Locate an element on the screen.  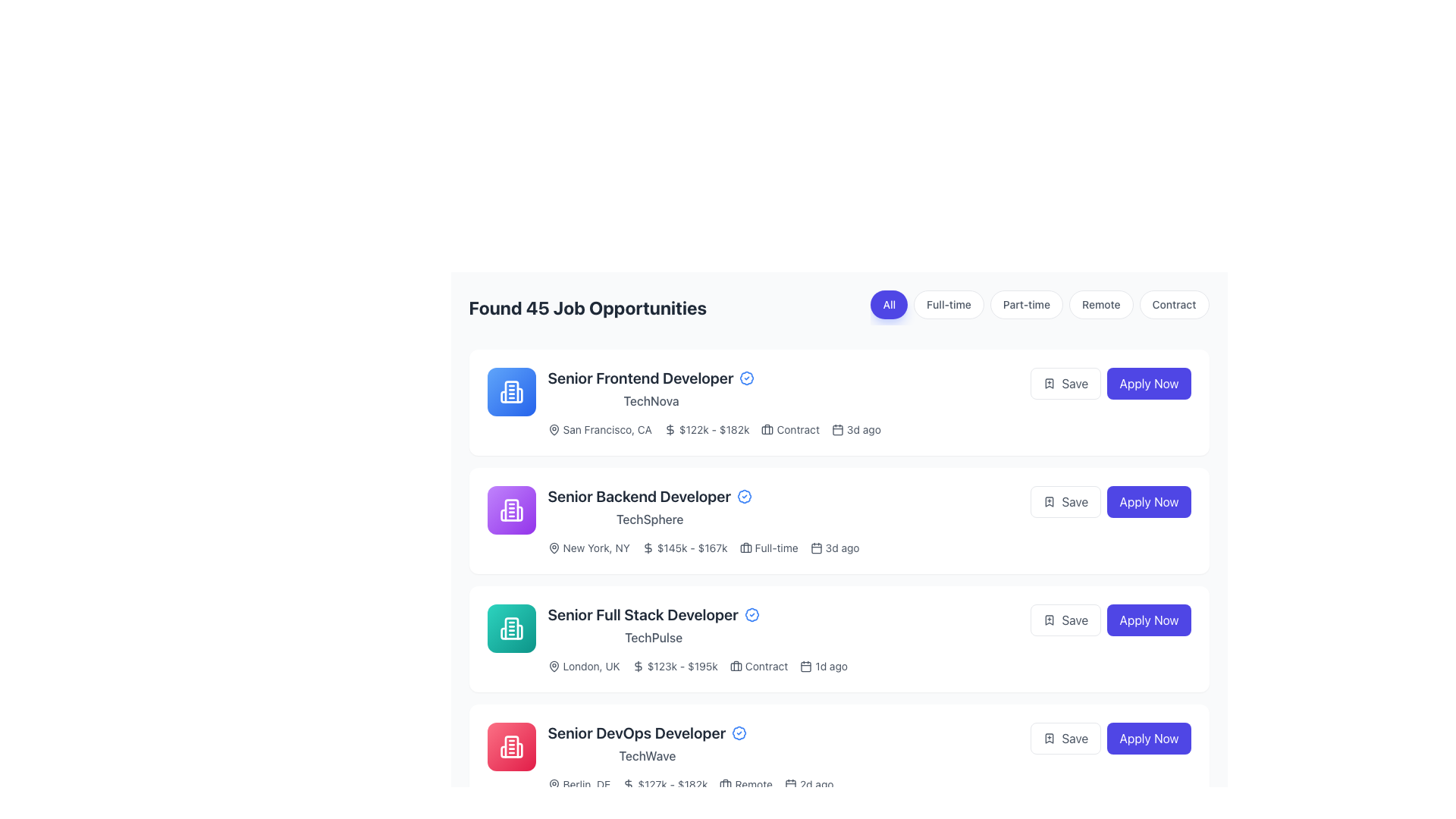
the Information display section located below the job title and company name in the job card for 'Senior Frontend Developer' at 'TechNova', which contains text and icons displaying location, salary range, contract type, and post age is located at coordinates (869, 430).